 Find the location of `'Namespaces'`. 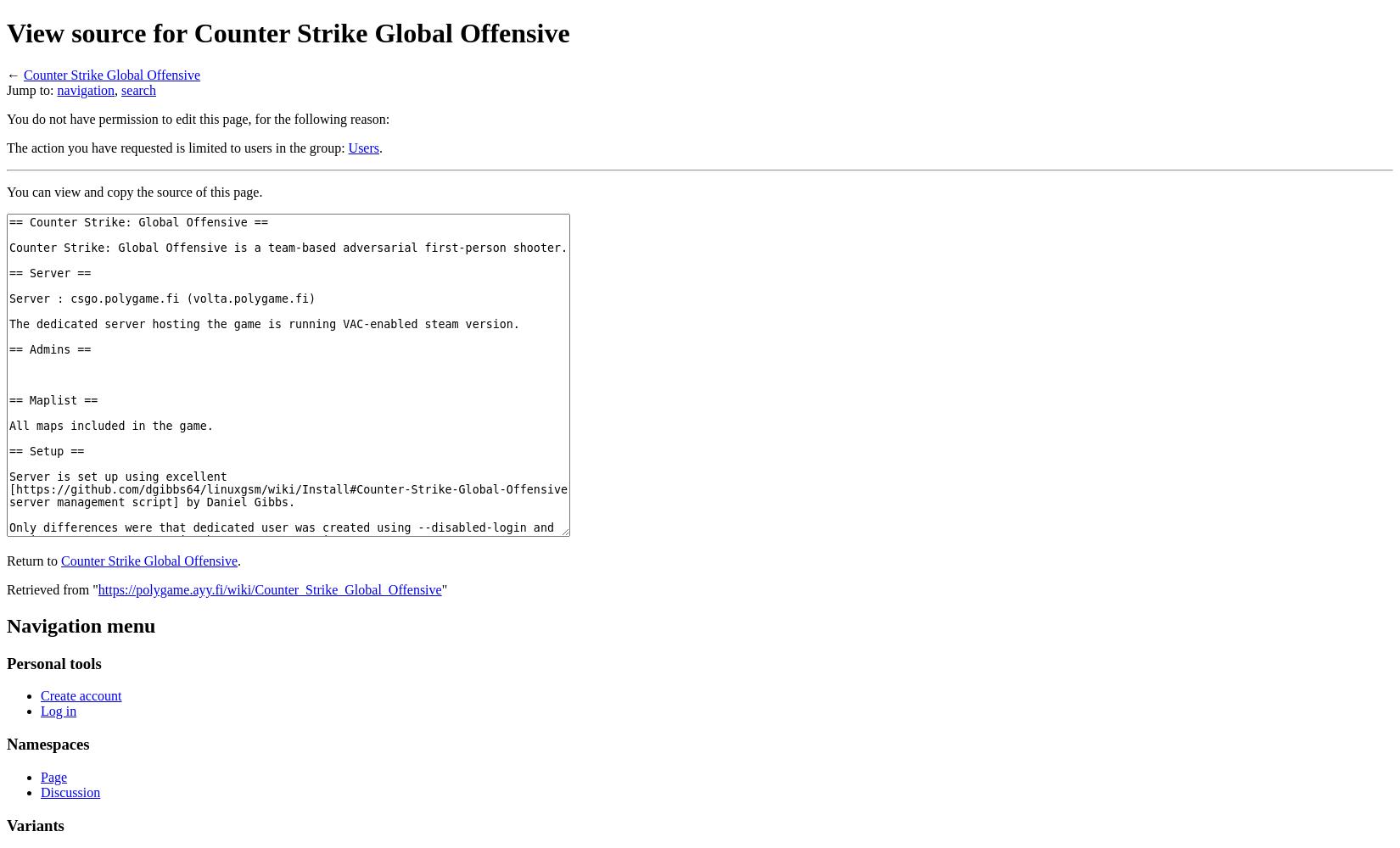

'Namespaces' is located at coordinates (48, 744).